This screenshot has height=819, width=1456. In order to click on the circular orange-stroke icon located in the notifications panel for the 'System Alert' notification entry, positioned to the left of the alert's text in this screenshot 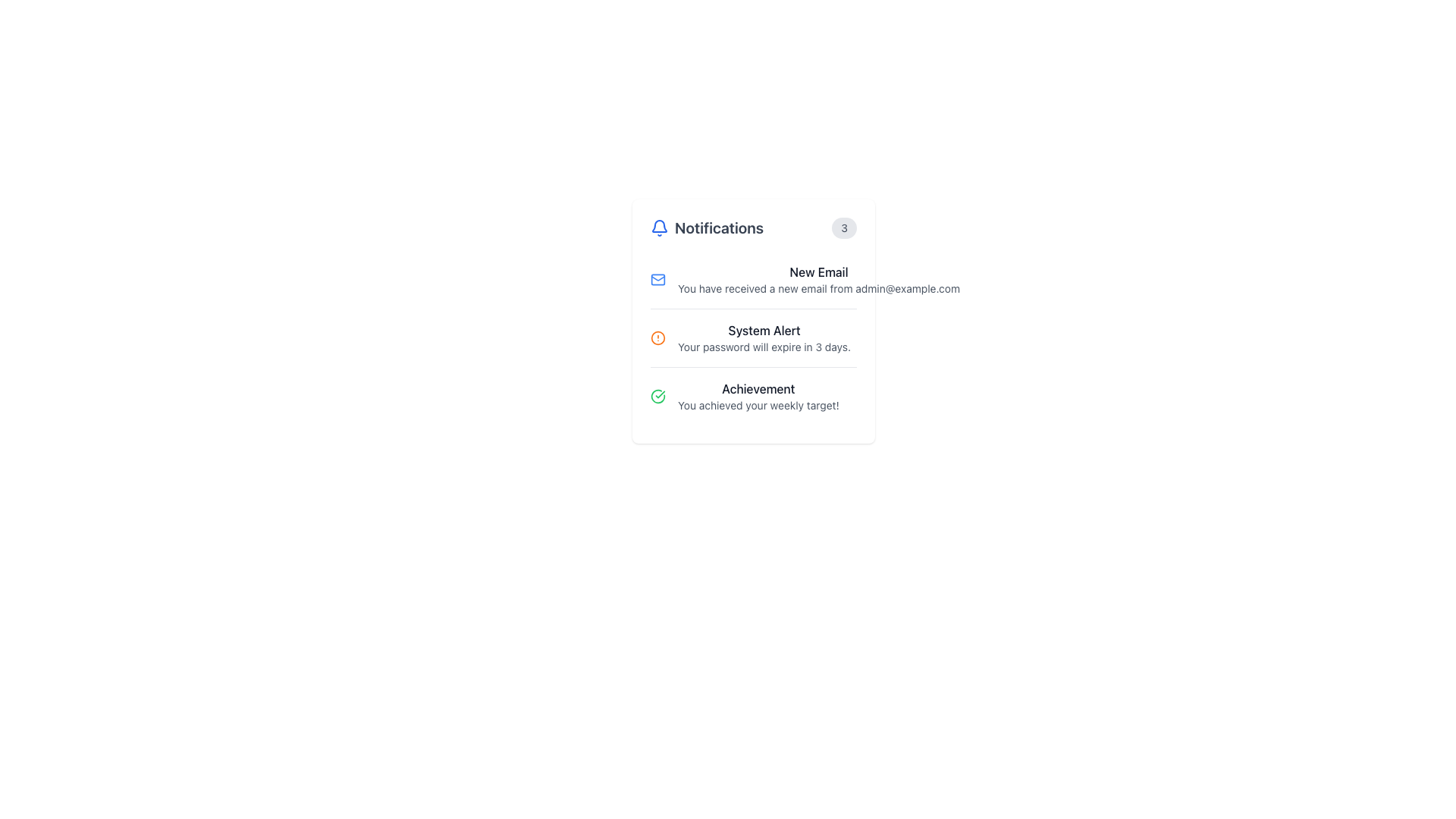, I will do `click(658, 337)`.